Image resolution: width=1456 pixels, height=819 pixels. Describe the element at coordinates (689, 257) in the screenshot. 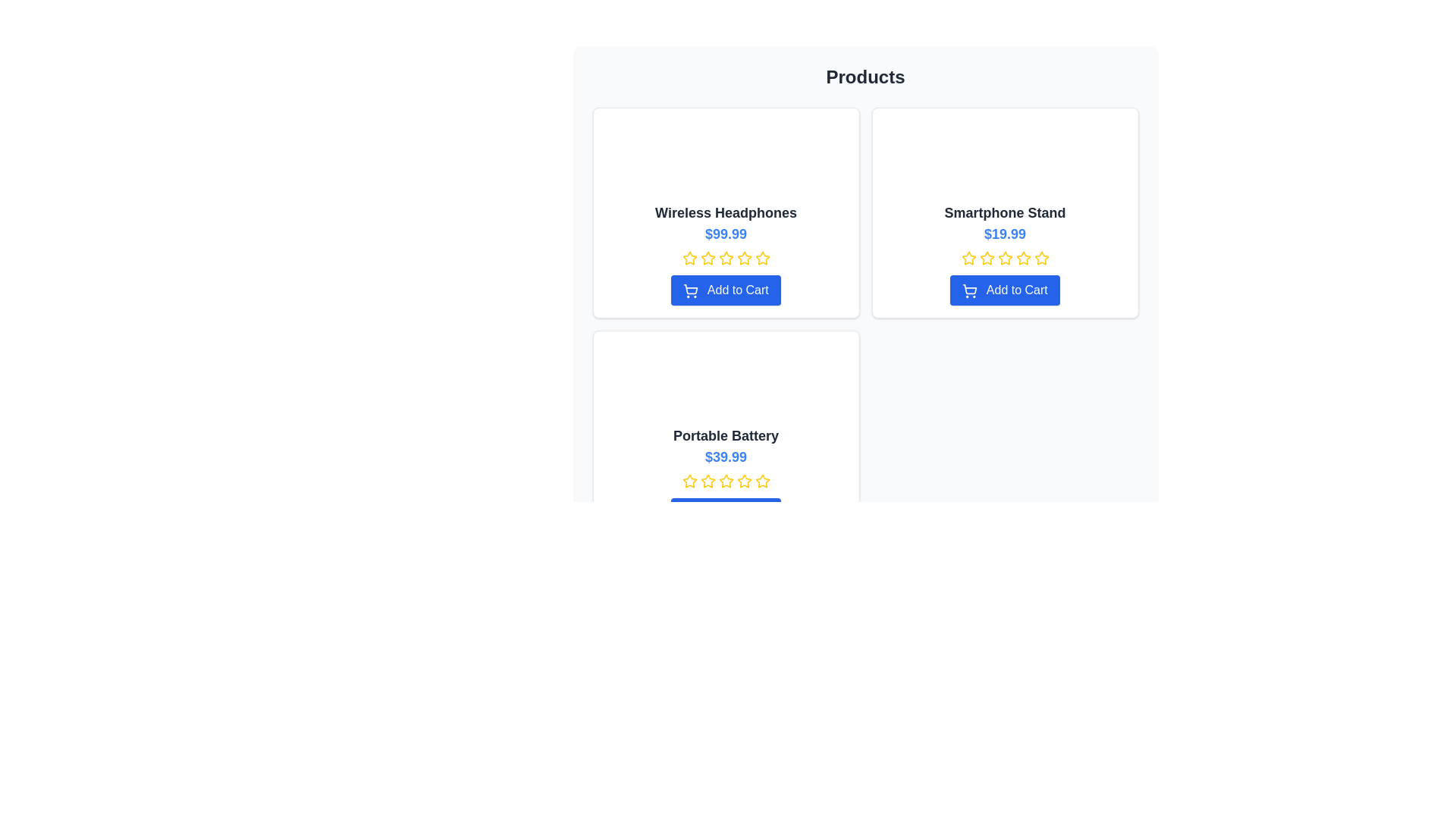

I see `the appearance of the first rating star icon located beneath the 'Wireless Headphones' title and price in the first product card` at that location.